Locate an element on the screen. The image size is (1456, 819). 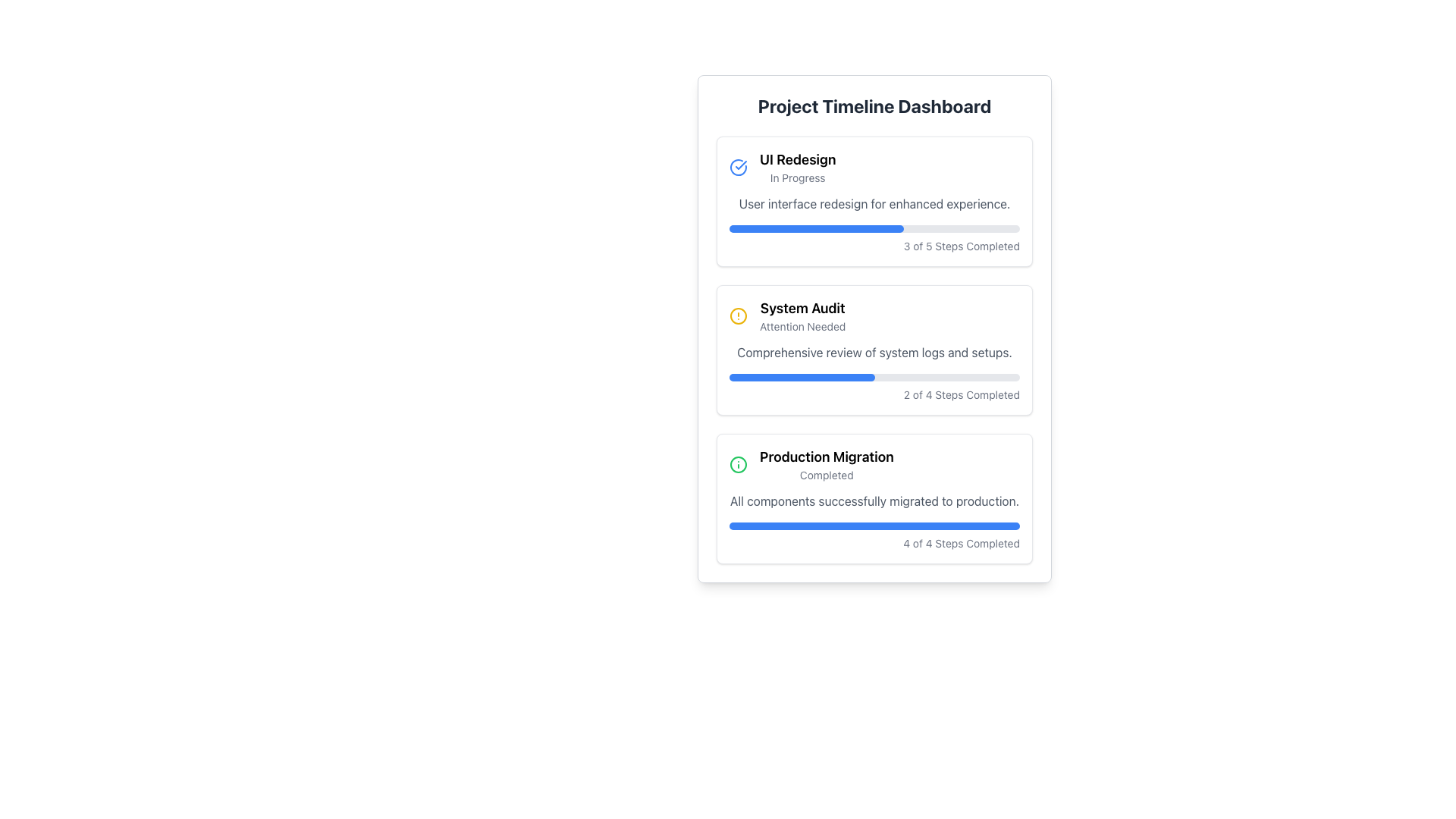
the informational icon related to the 'Production Migration' task in the 'Completed' status section, positioned to the far left of the textual block is located at coordinates (739, 464).